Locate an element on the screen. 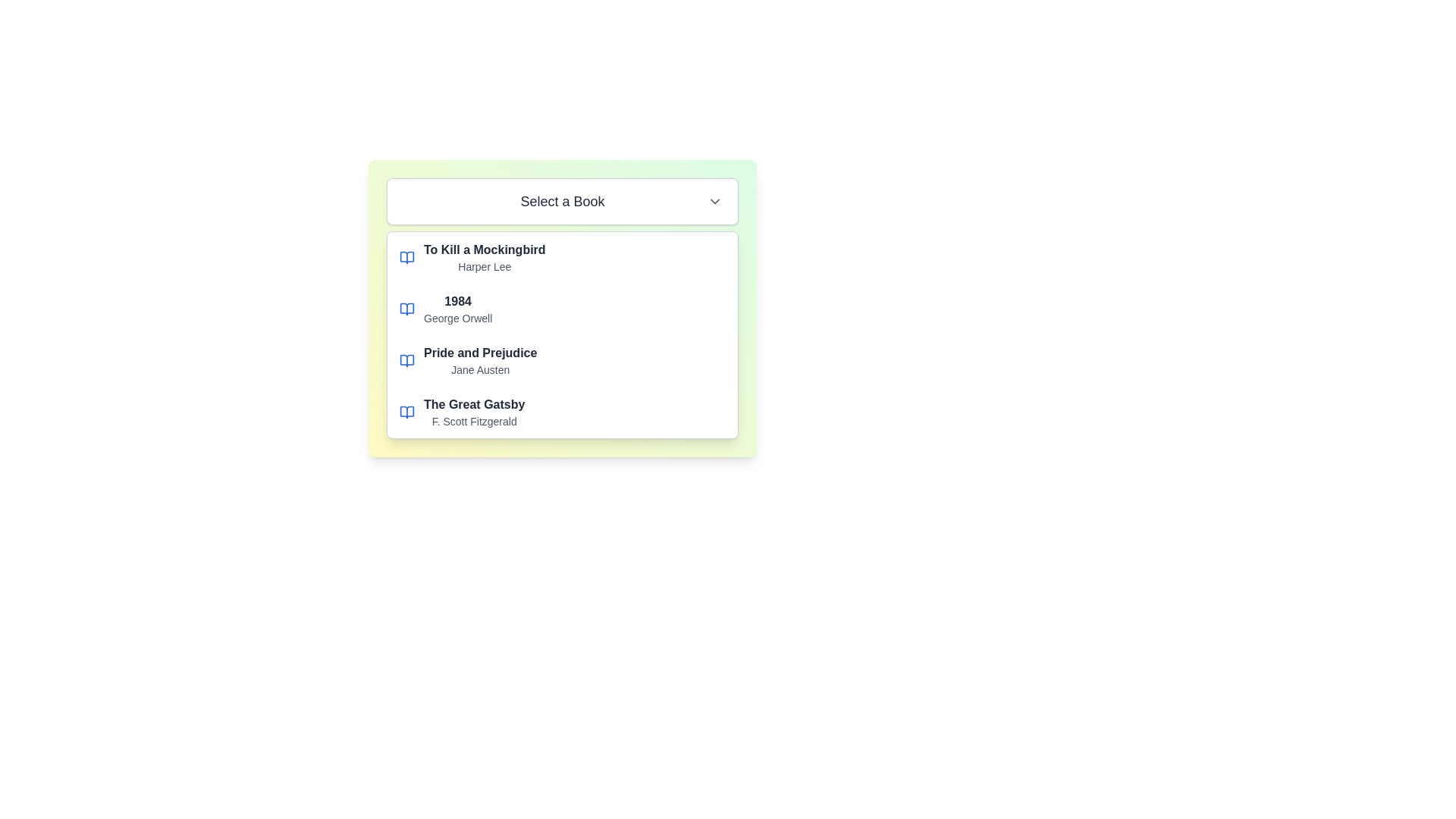 Image resolution: width=1456 pixels, height=819 pixels. the SVG icon representing an open book, which has a light blue outline, located to the left of the text '1984' on a hoverable card in the list is located at coordinates (407, 309).